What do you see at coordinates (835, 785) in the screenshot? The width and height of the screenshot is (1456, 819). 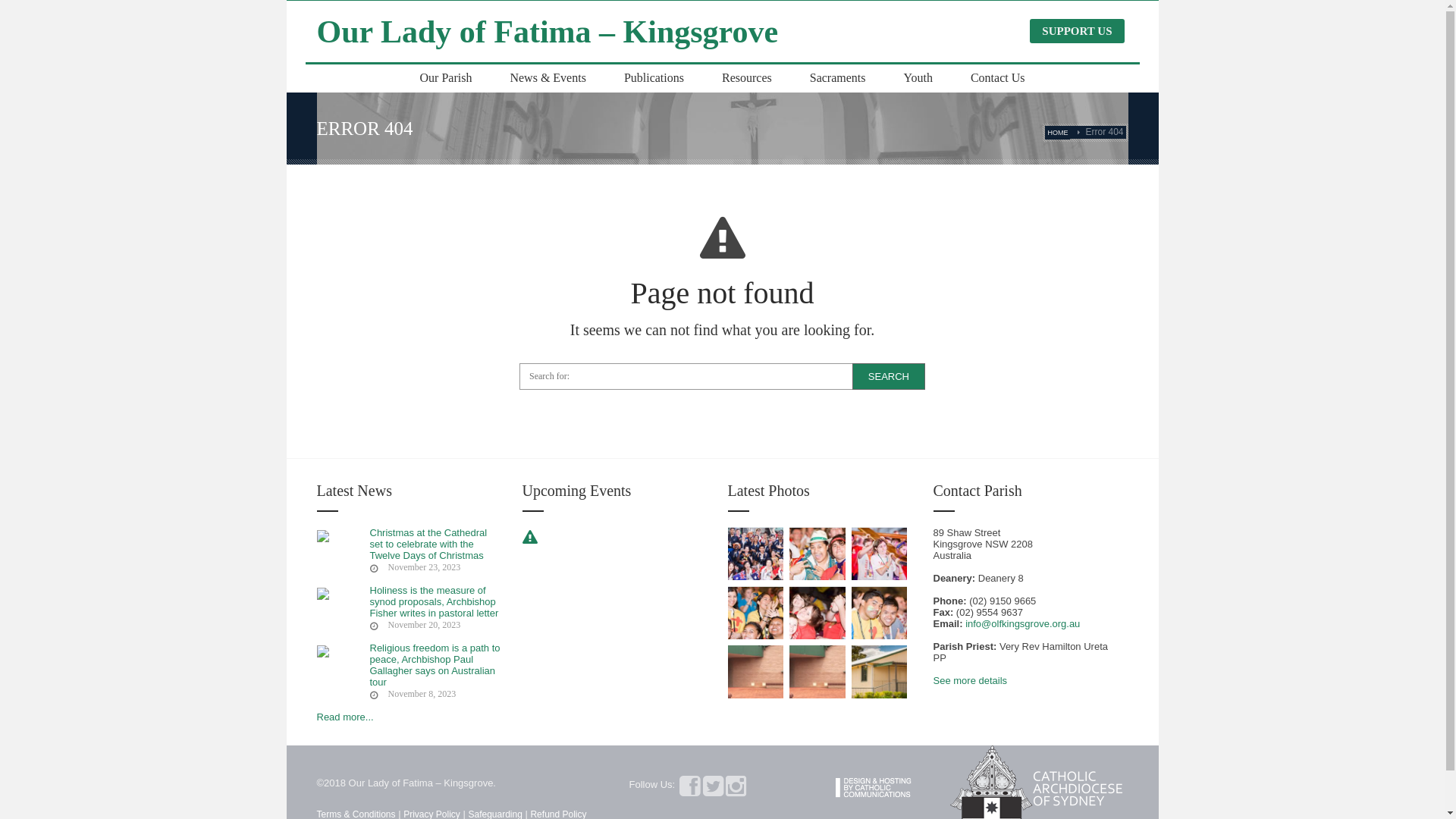 I see `'Catholic Communications - Sydney Archdiocese'` at bounding box center [835, 785].